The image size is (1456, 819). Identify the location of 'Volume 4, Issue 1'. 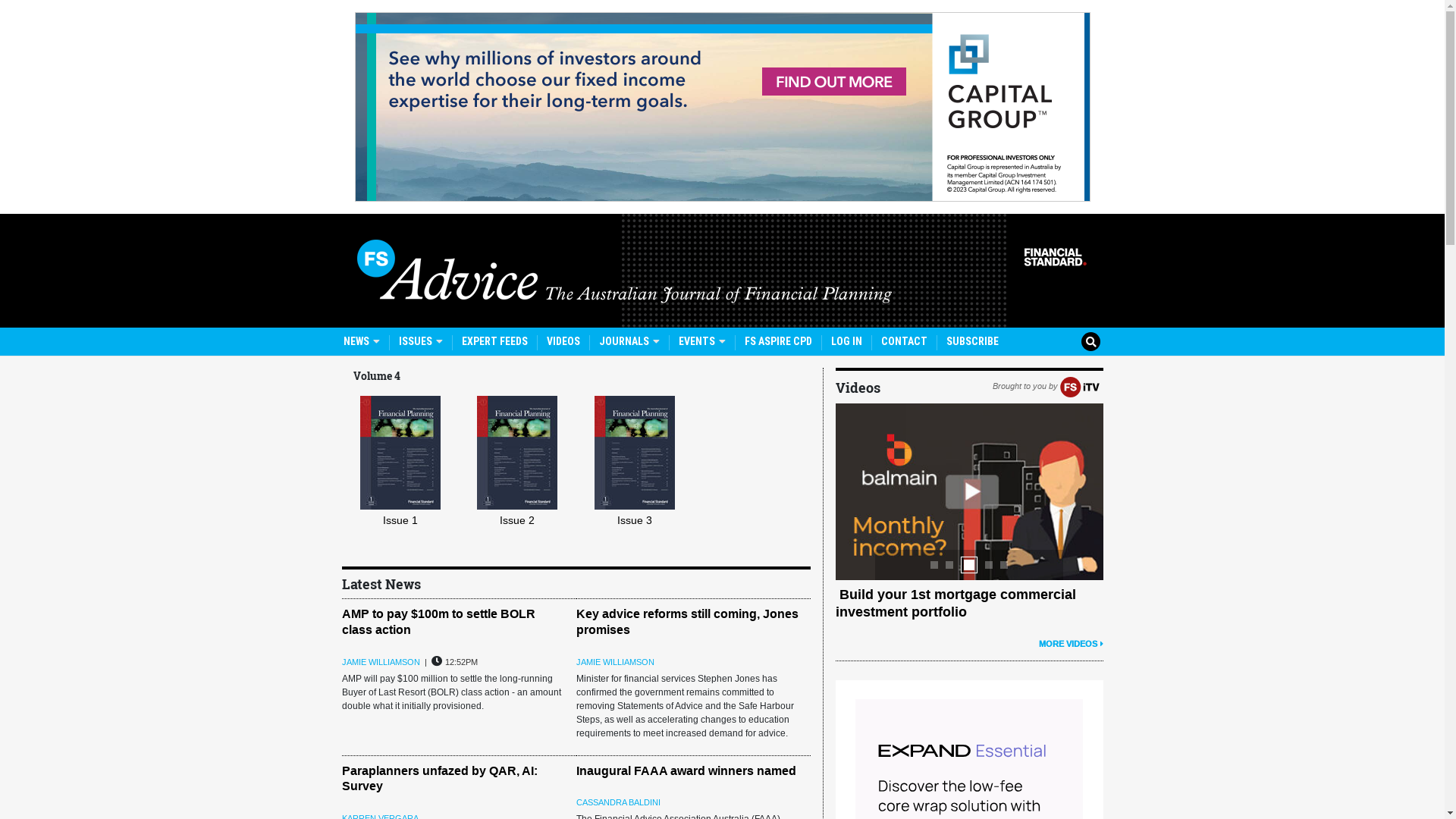
(400, 452).